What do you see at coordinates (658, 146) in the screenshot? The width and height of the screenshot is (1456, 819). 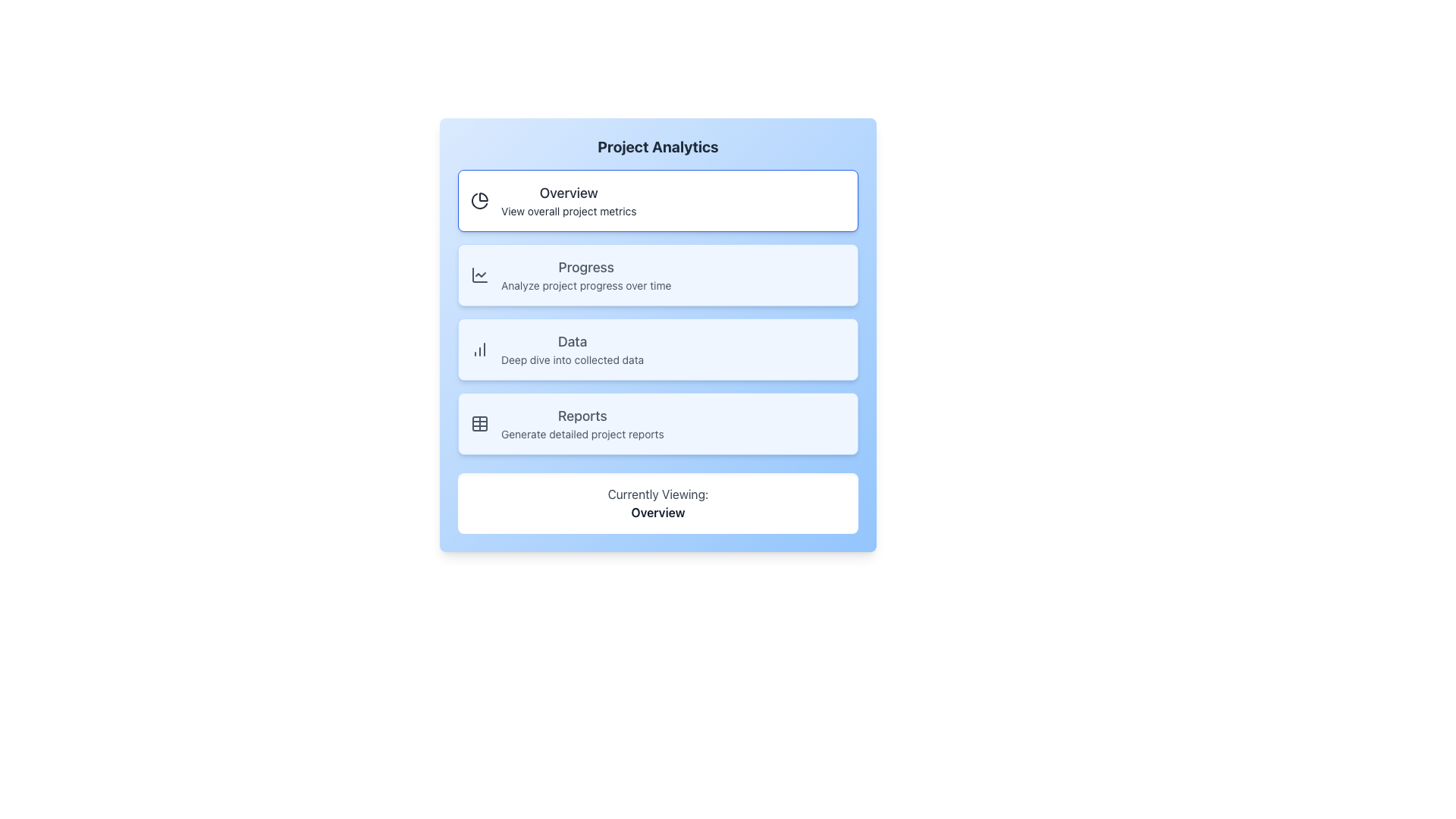 I see `the prominently displayed text block labeled 'Project Analytics', which is styled with a bold font and is positioned at the top-center of a card with a gradient blue background` at bounding box center [658, 146].